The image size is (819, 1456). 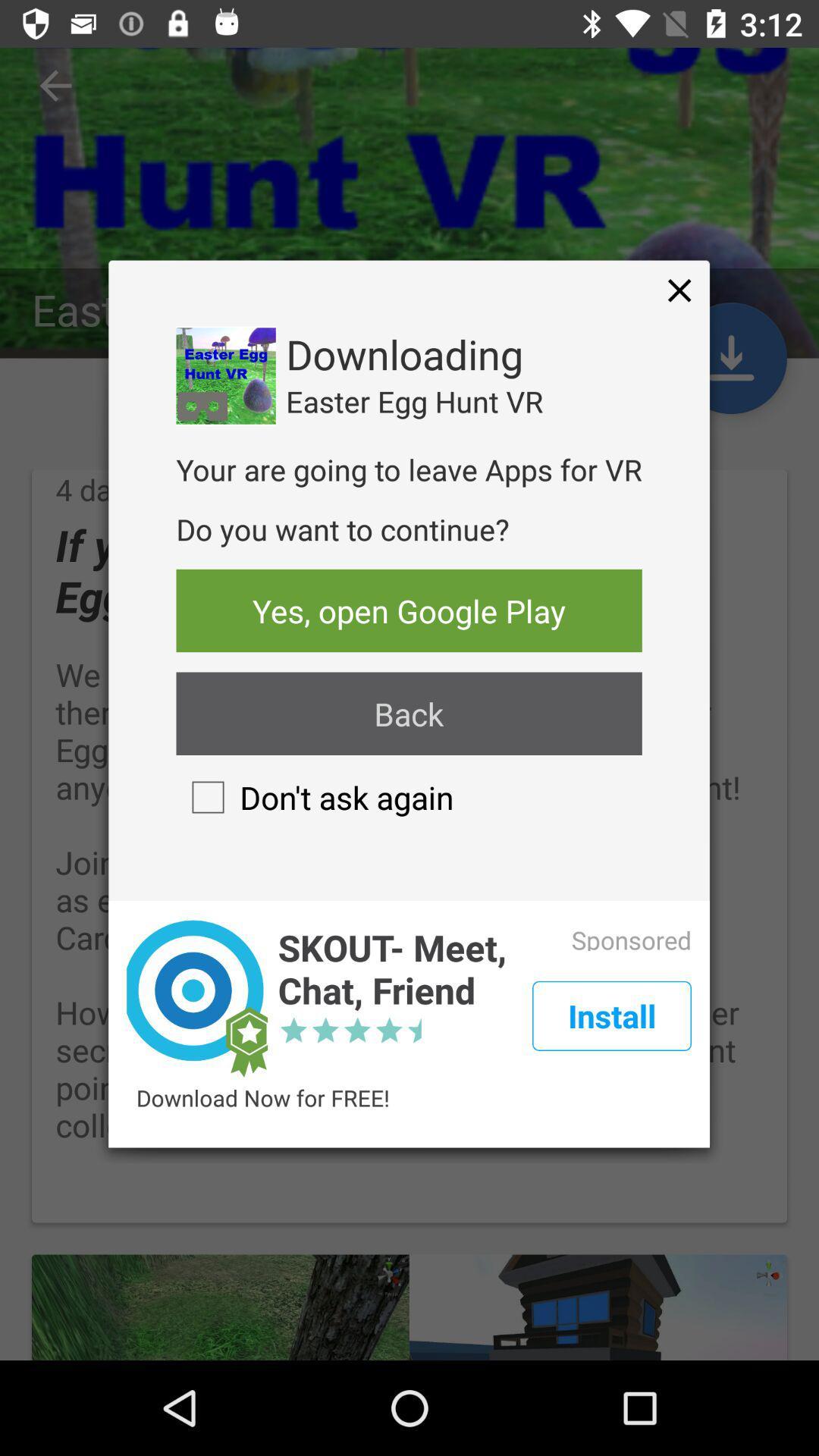 I want to click on the yes open google, so click(x=408, y=610).